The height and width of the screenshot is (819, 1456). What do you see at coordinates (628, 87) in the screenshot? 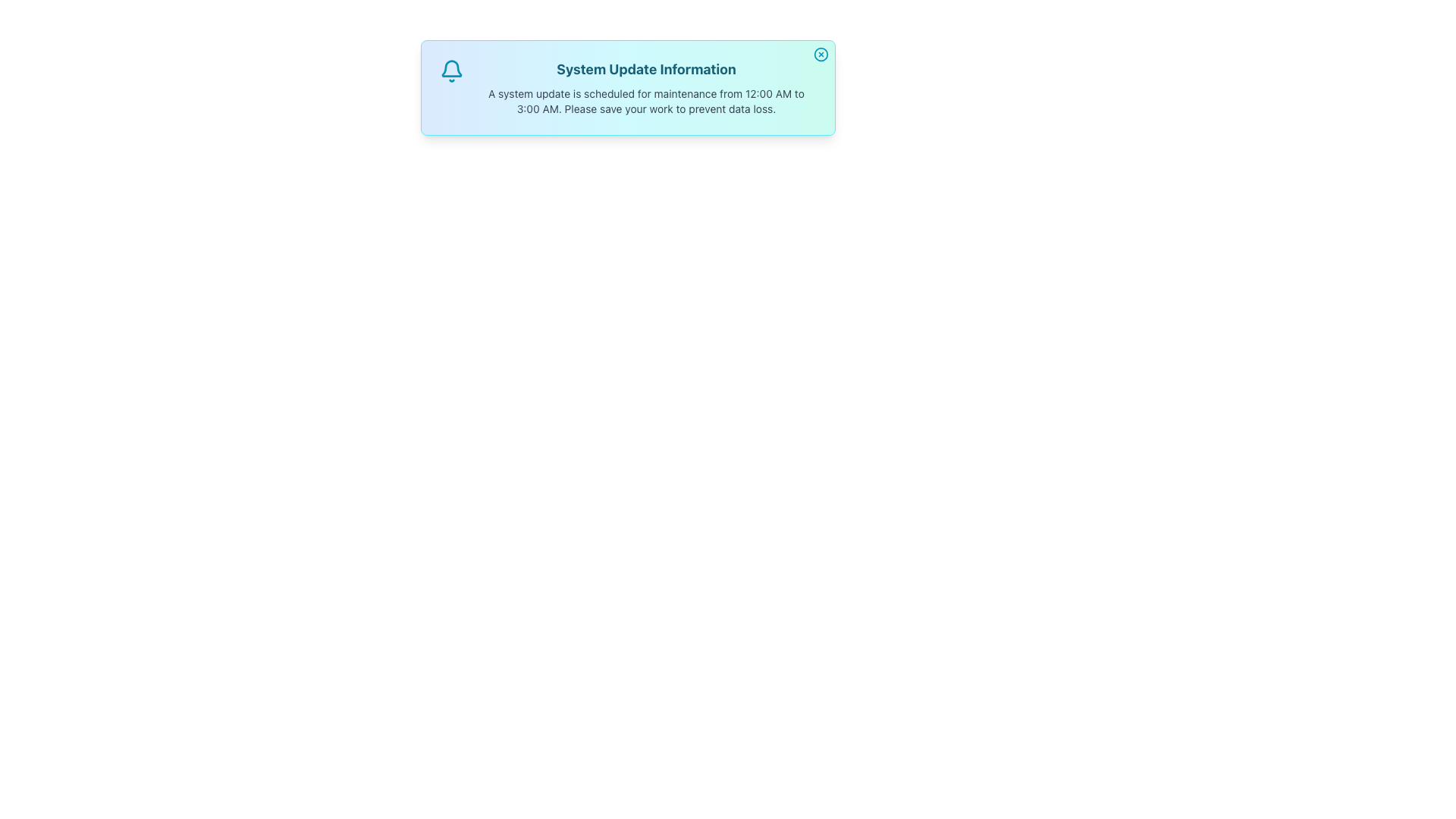
I see `the Static Information Panel, which features a gradient background and contains the title 'System Update Information' in cyan` at bounding box center [628, 87].